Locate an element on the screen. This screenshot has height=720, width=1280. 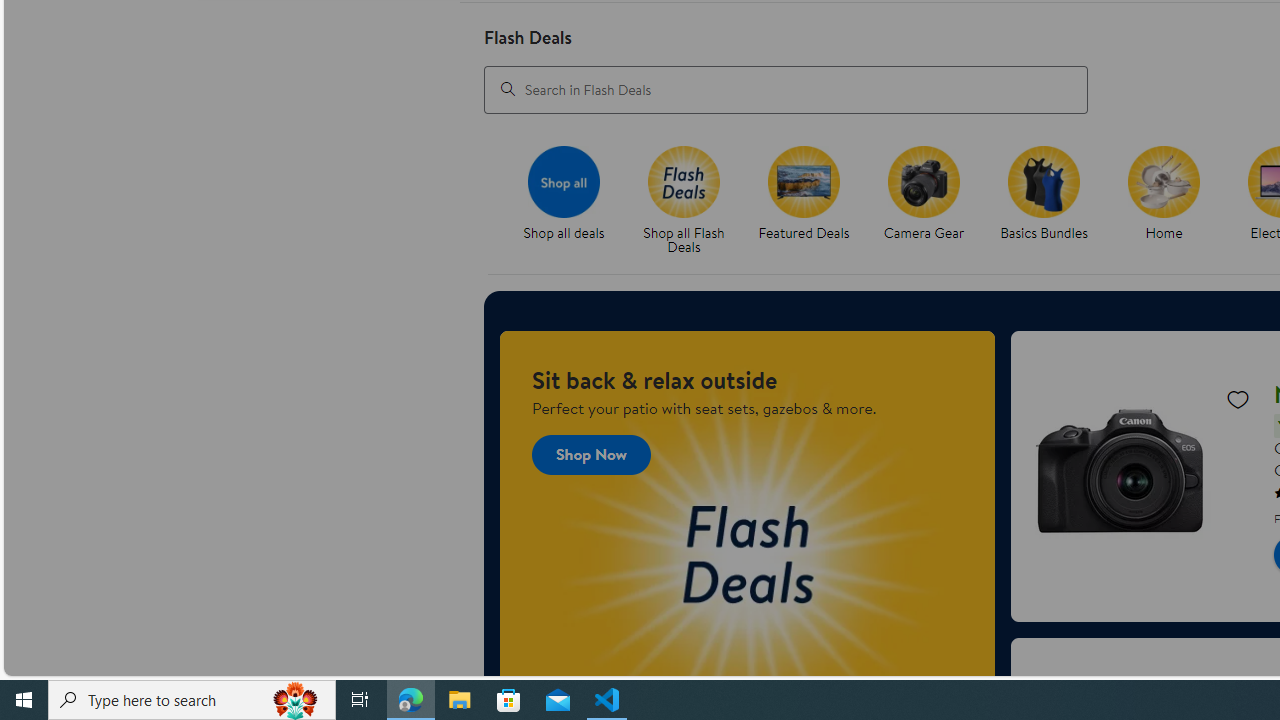
'Basics Bundles Basics Bundles' is located at coordinates (1042, 194).